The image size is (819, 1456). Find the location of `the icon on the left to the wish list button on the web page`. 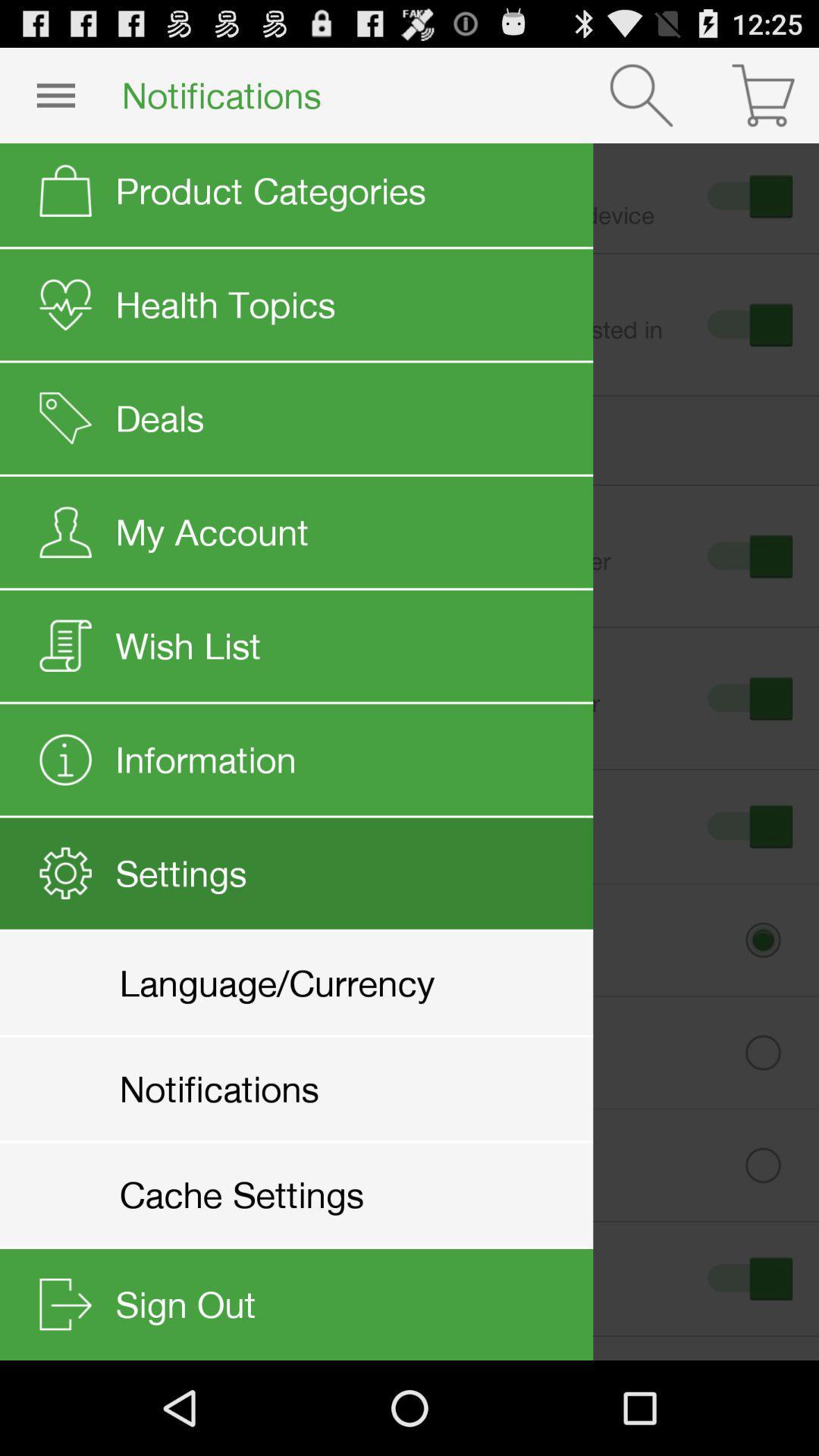

the icon on the left to the wish list button on the web page is located at coordinates (67, 645).